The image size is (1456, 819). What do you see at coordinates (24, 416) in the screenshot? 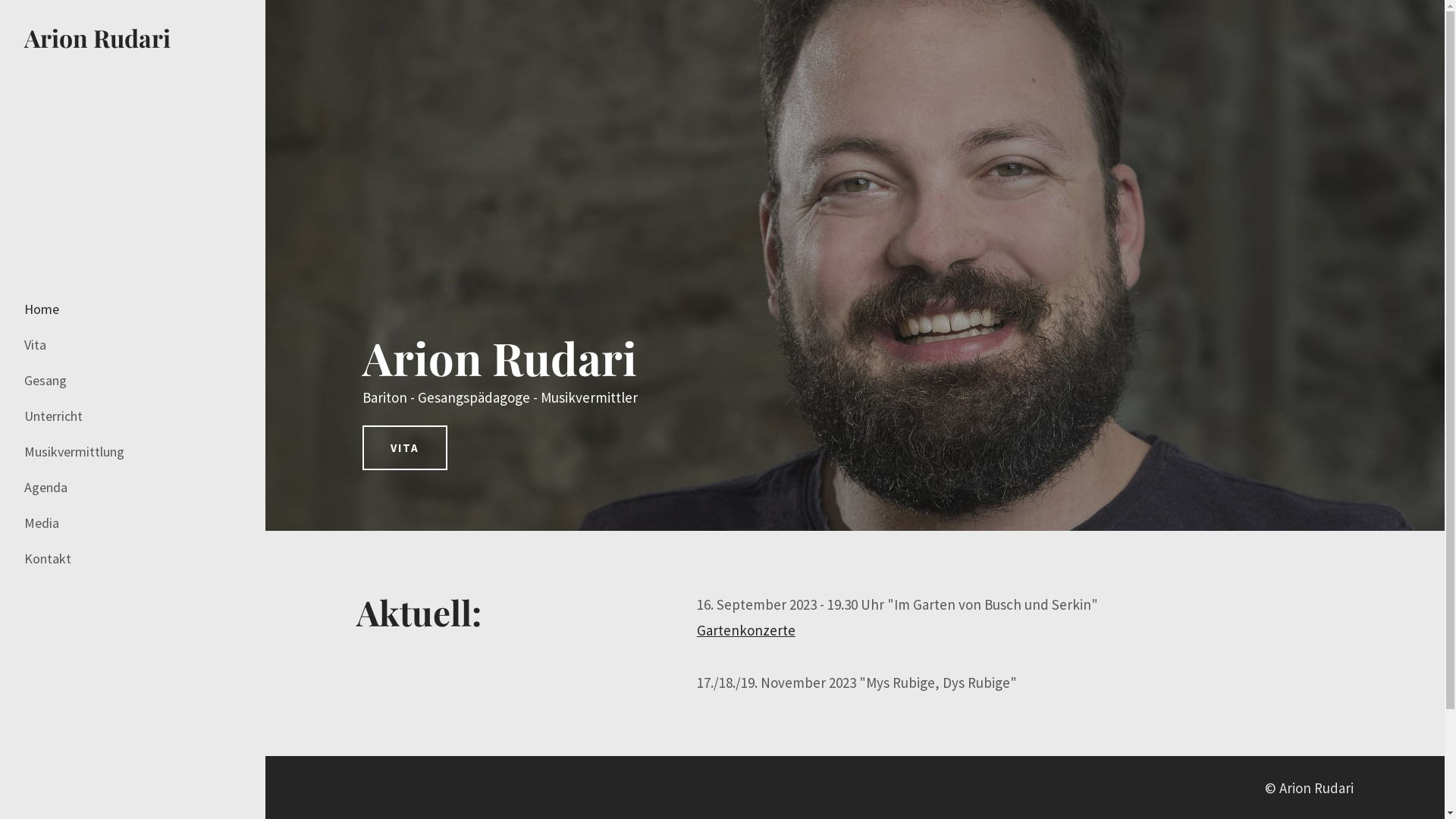
I see `'Unterricht'` at bounding box center [24, 416].